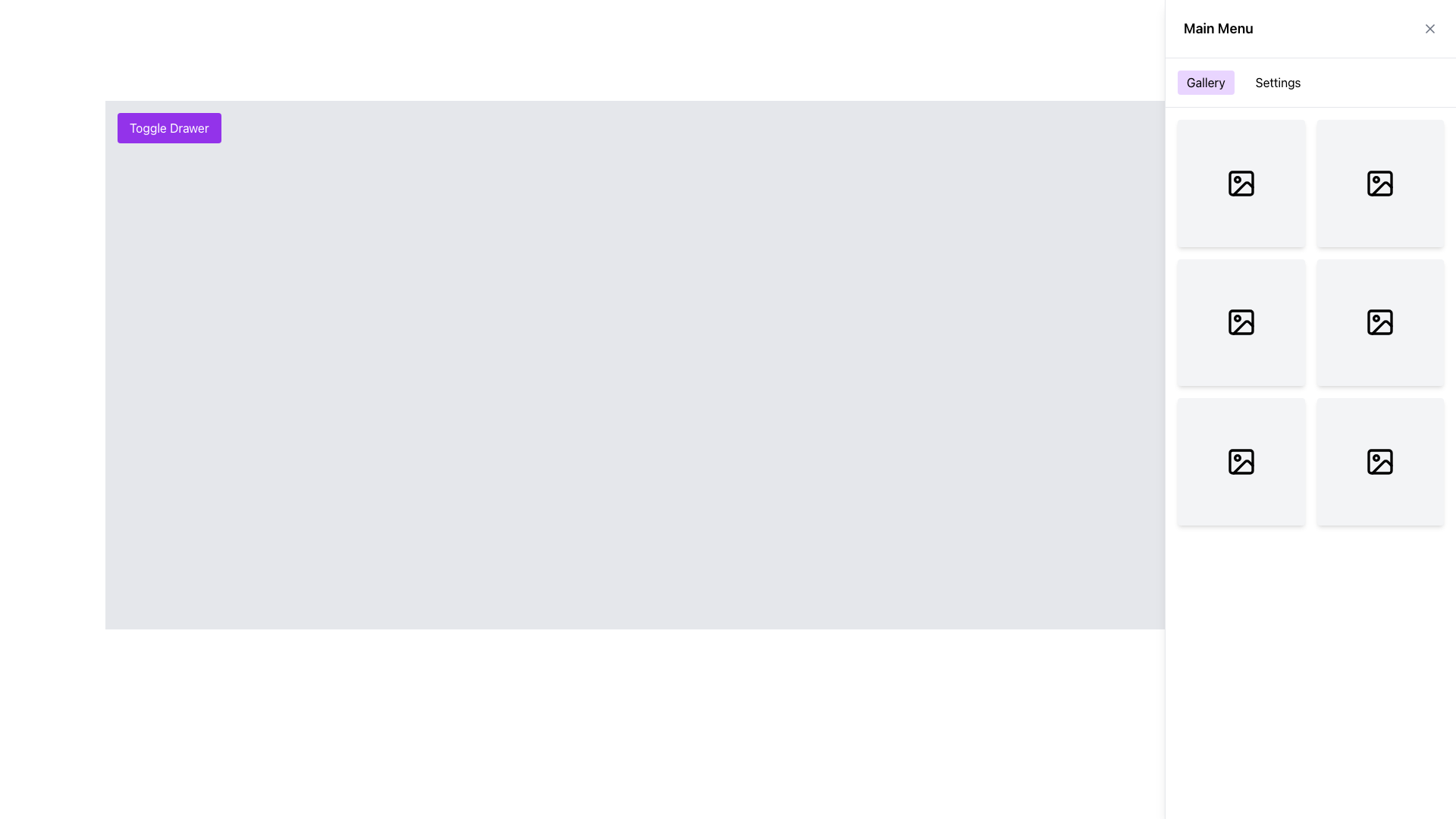  Describe the element at coordinates (1241, 182) in the screenshot. I see `the small rectangle with rounded corners located in the first row, second column of the grid in the 'Gallery' section, nested inside an image icon` at that location.